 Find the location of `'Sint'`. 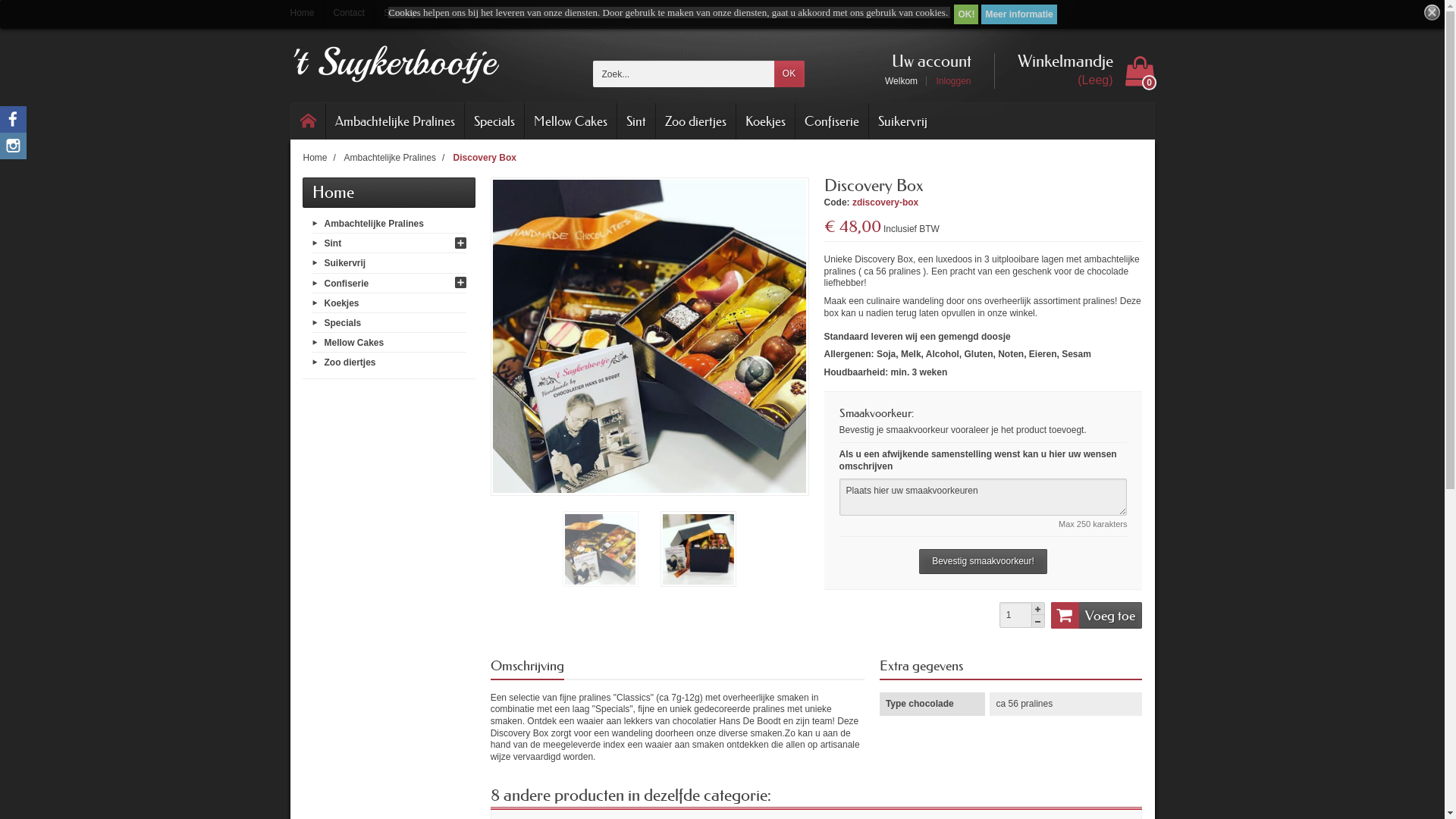

'Sint' is located at coordinates (332, 242).